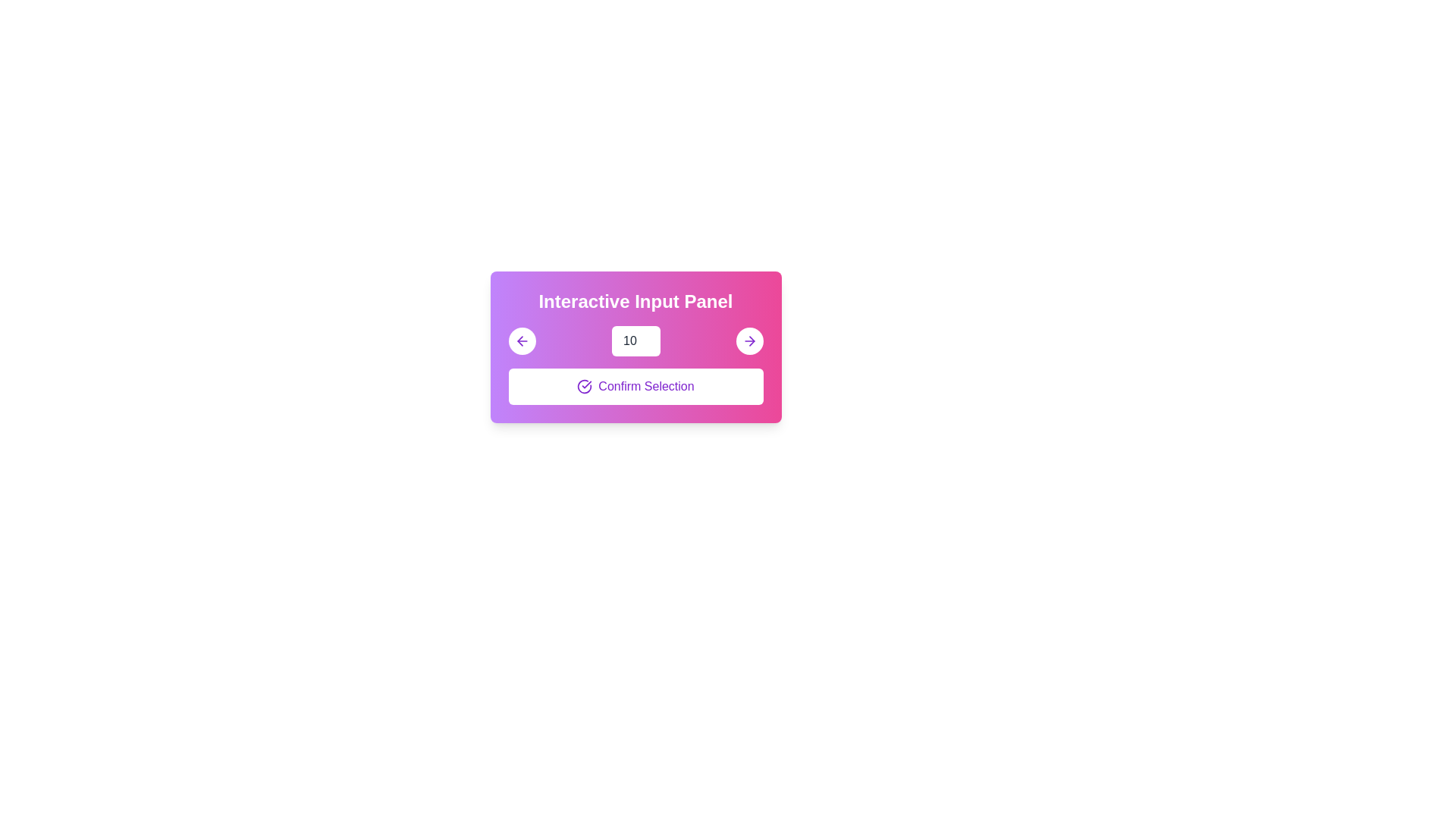 The height and width of the screenshot is (819, 1456). Describe the element at coordinates (749, 341) in the screenshot. I see `the icon within the circular button on the right side of the 'Interactive Input Panel'` at that location.